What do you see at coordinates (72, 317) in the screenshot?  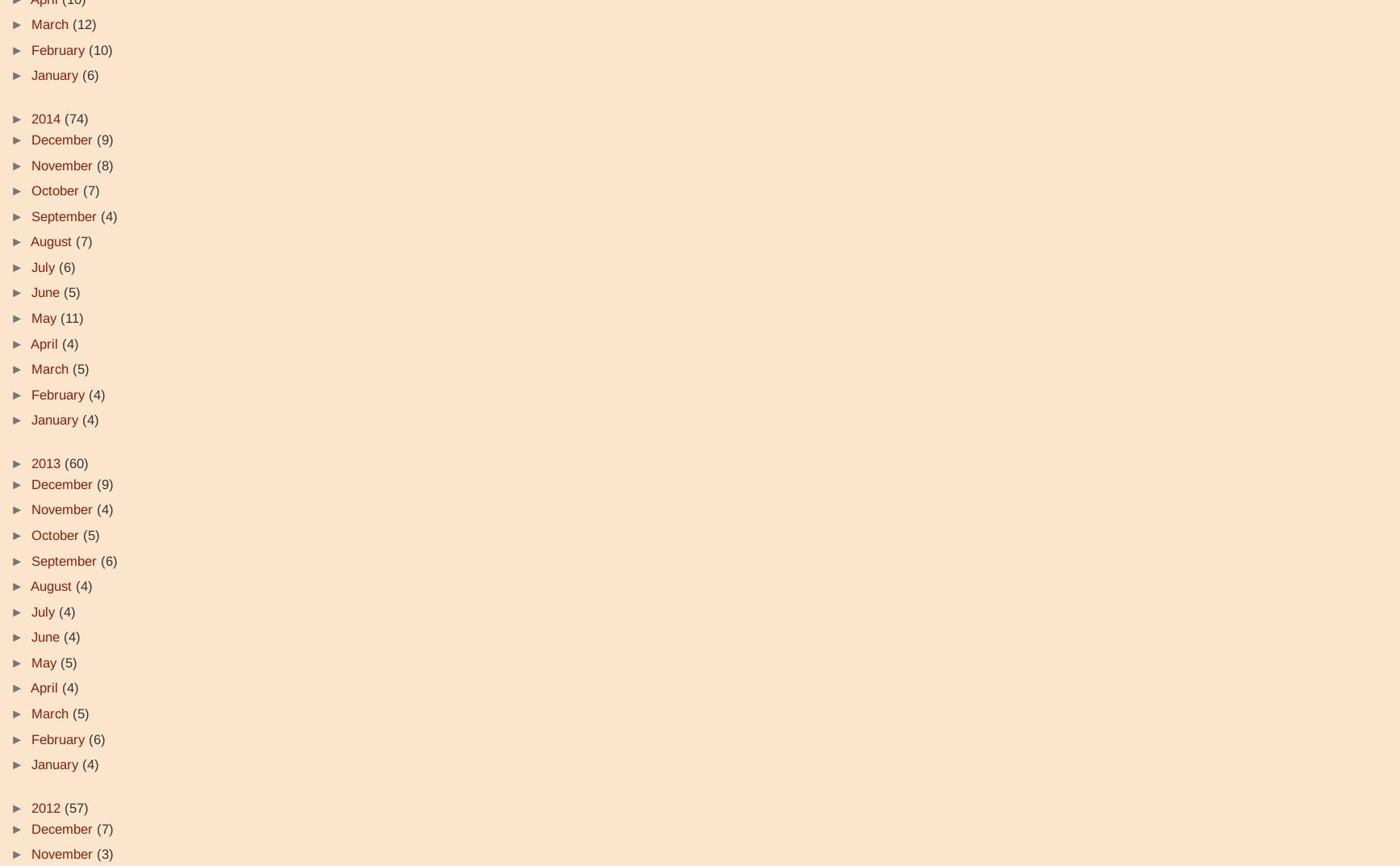 I see `'(11)'` at bounding box center [72, 317].